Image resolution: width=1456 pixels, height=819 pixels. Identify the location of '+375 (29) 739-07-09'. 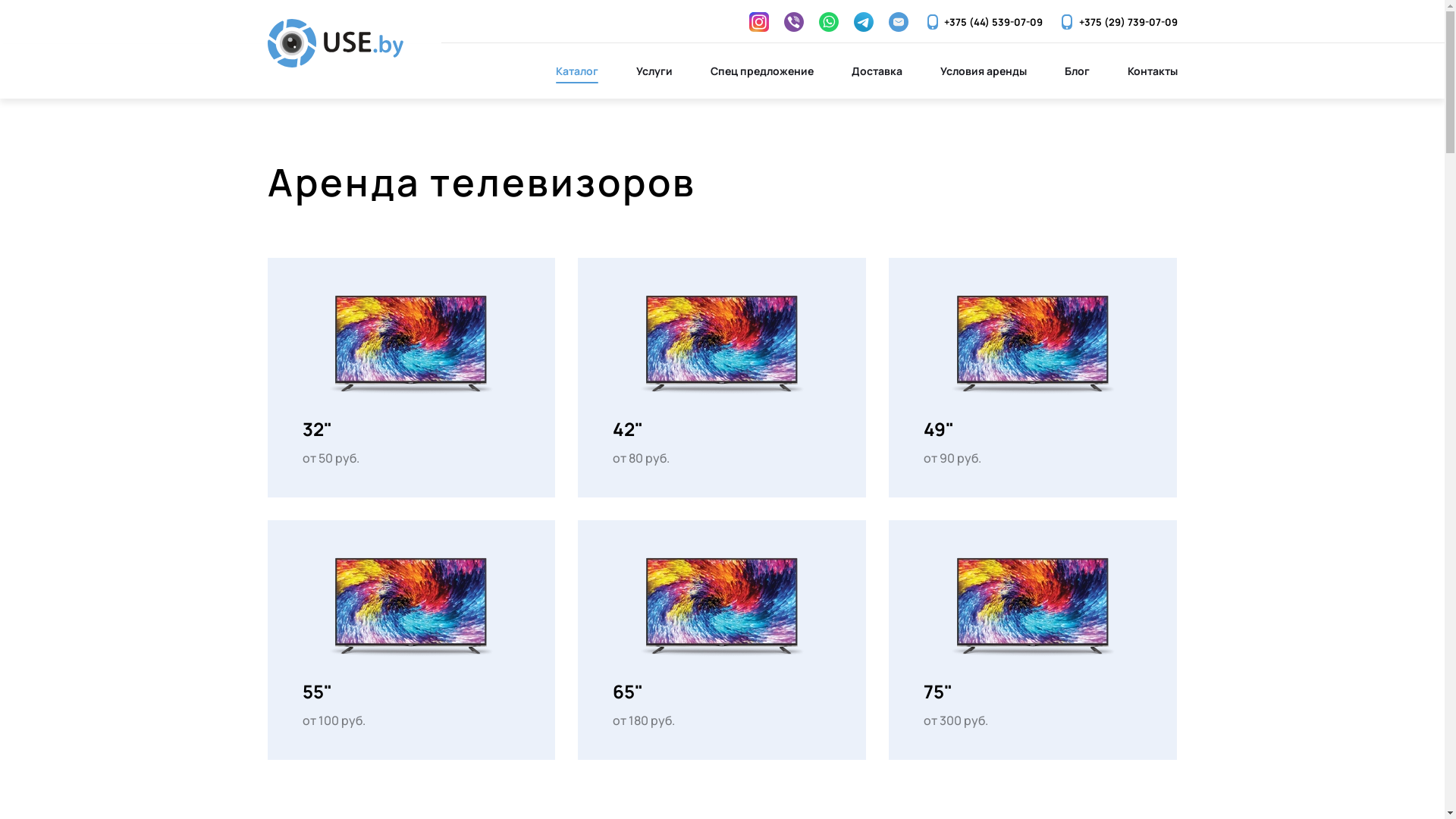
(1117, 22).